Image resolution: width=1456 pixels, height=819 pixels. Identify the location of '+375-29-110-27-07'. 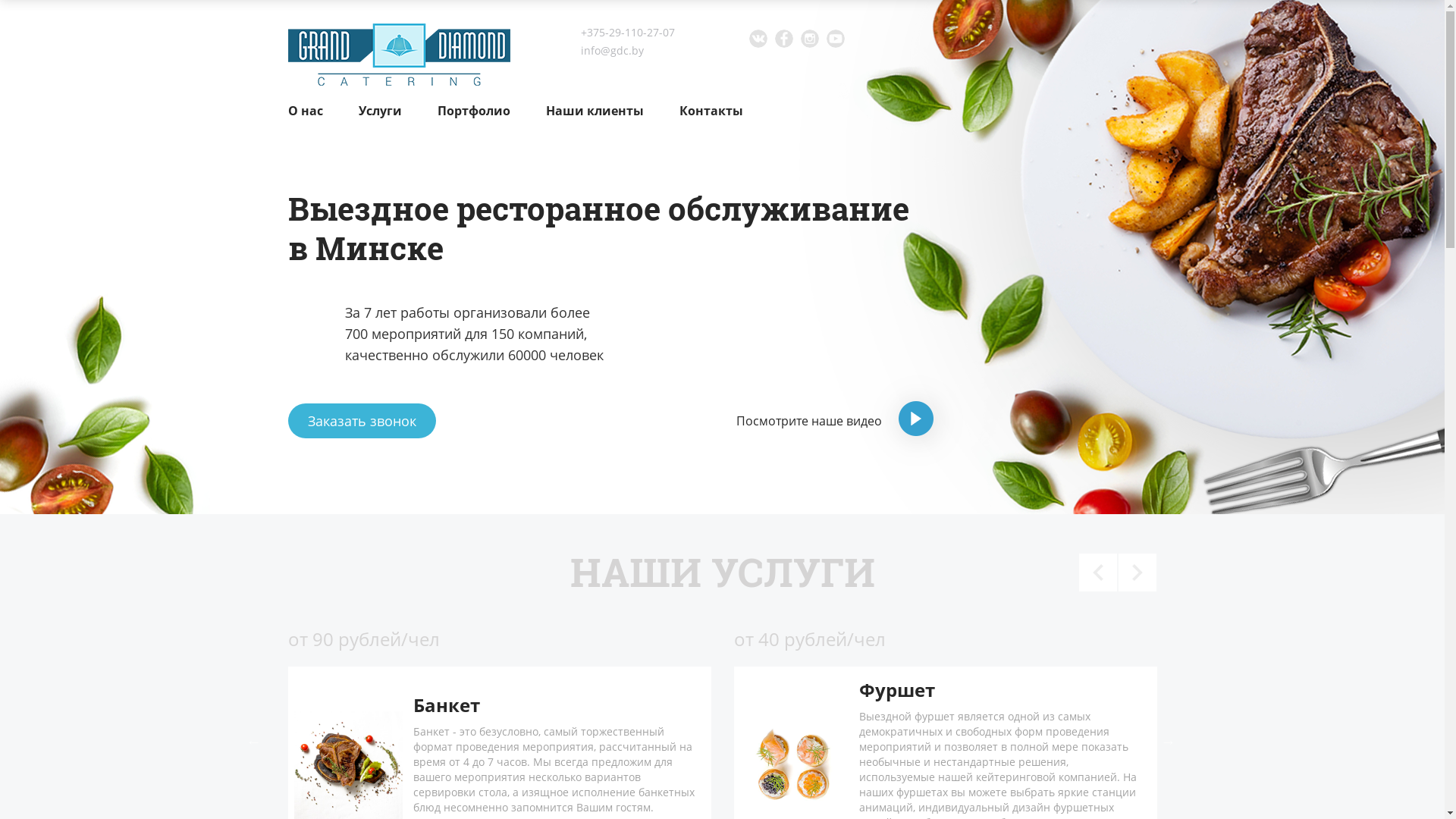
(580, 32).